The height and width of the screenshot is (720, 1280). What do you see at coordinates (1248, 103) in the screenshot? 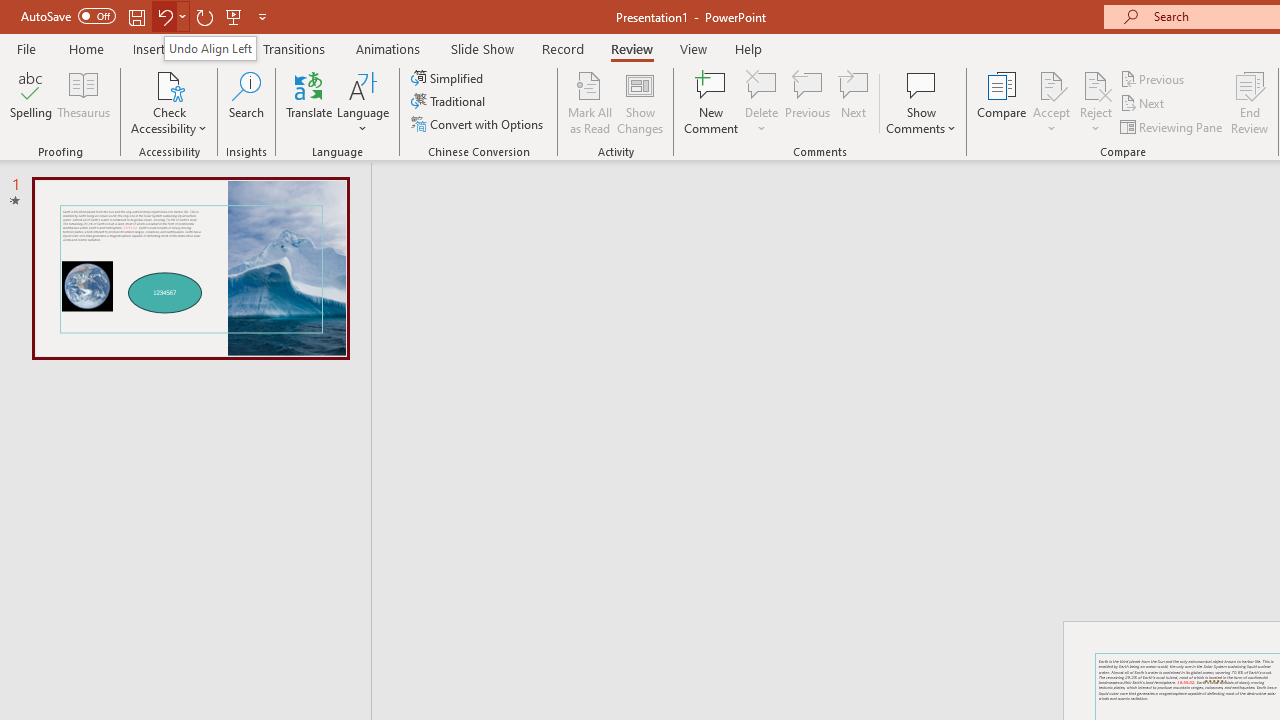
I see `'End Review'` at bounding box center [1248, 103].